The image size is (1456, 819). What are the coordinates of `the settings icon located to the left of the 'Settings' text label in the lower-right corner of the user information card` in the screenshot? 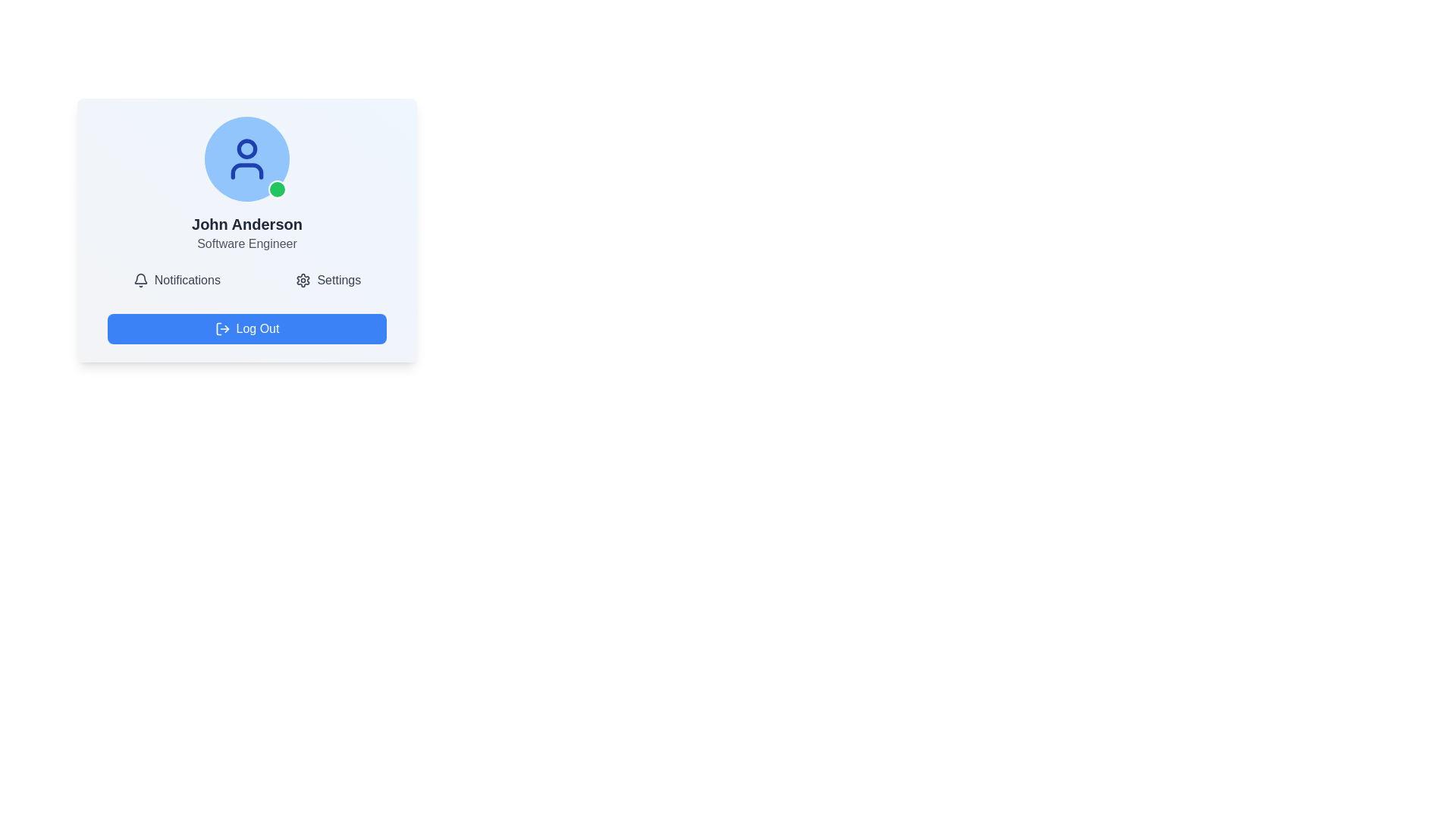 It's located at (303, 281).